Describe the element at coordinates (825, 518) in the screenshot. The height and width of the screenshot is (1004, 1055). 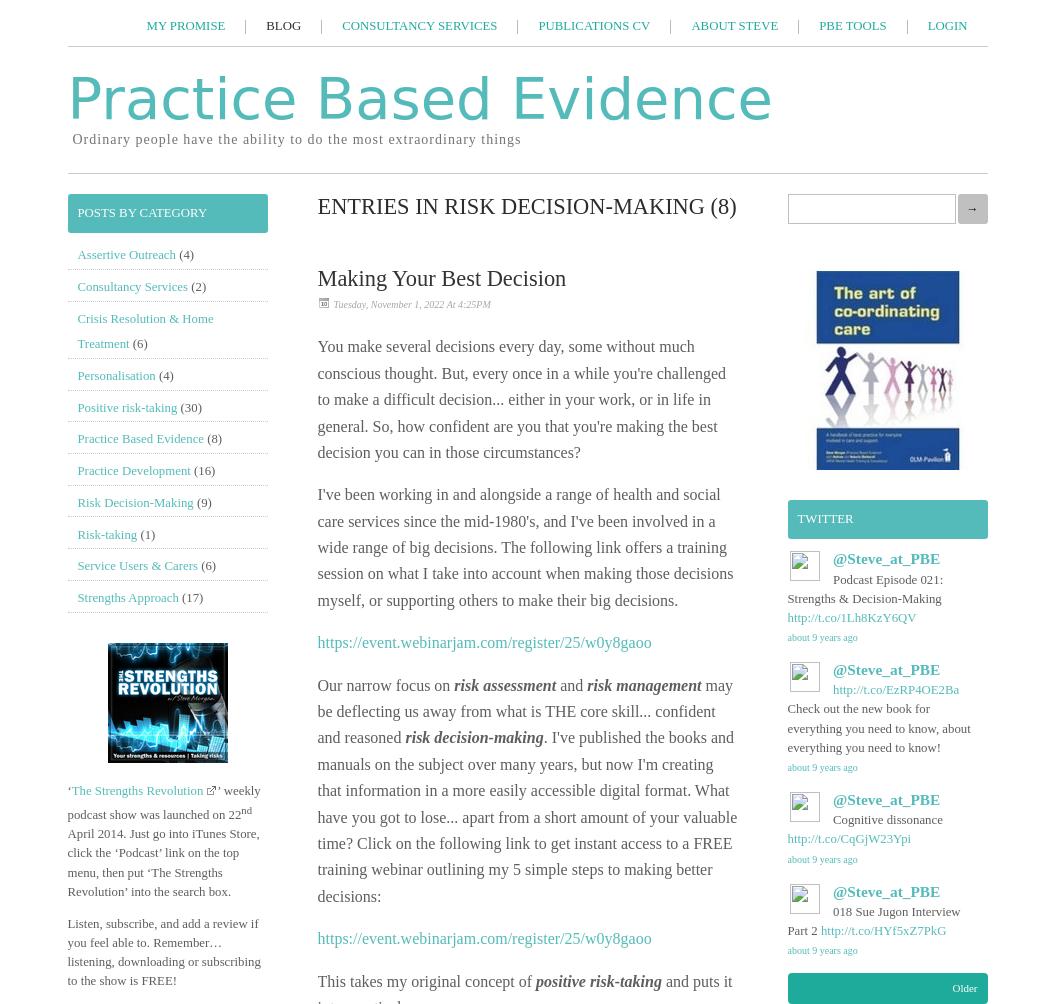
I see `'Twitter'` at that location.